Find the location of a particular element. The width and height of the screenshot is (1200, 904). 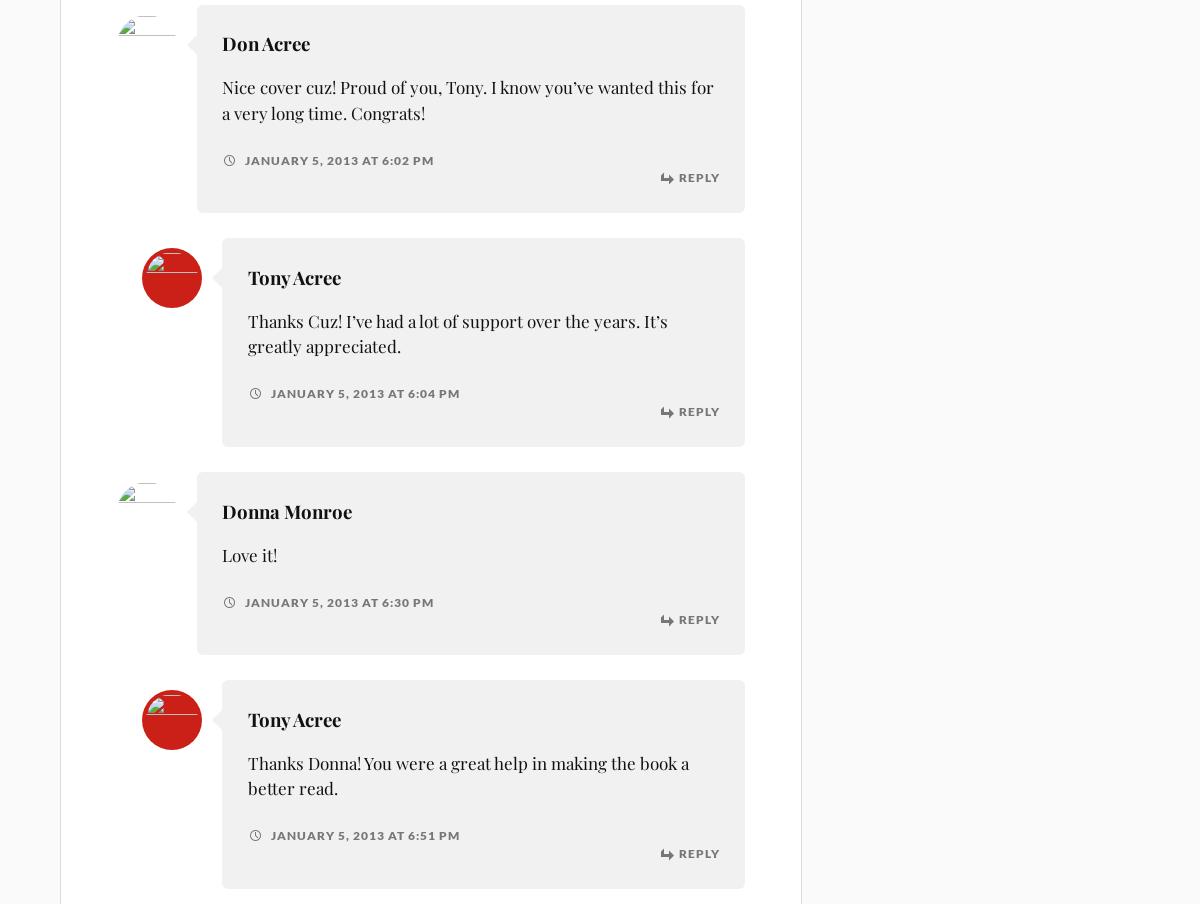

'Thanks Cuz!  I’ve had a lot of support over the years.   It’s greatly appreciated.' is located at coordinates (455, 333).